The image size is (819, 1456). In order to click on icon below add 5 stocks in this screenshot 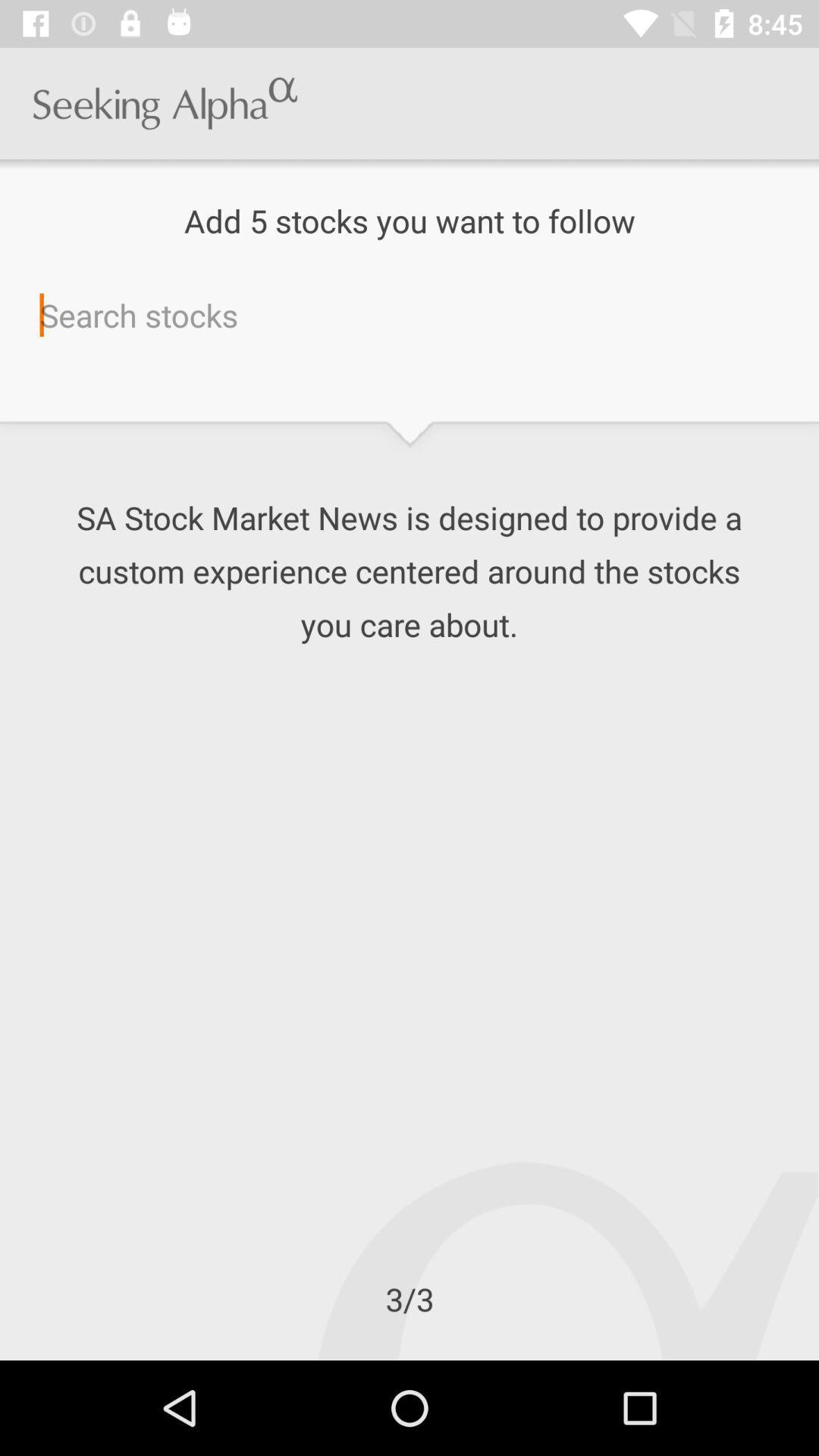, I will do `click(409, 314)`.